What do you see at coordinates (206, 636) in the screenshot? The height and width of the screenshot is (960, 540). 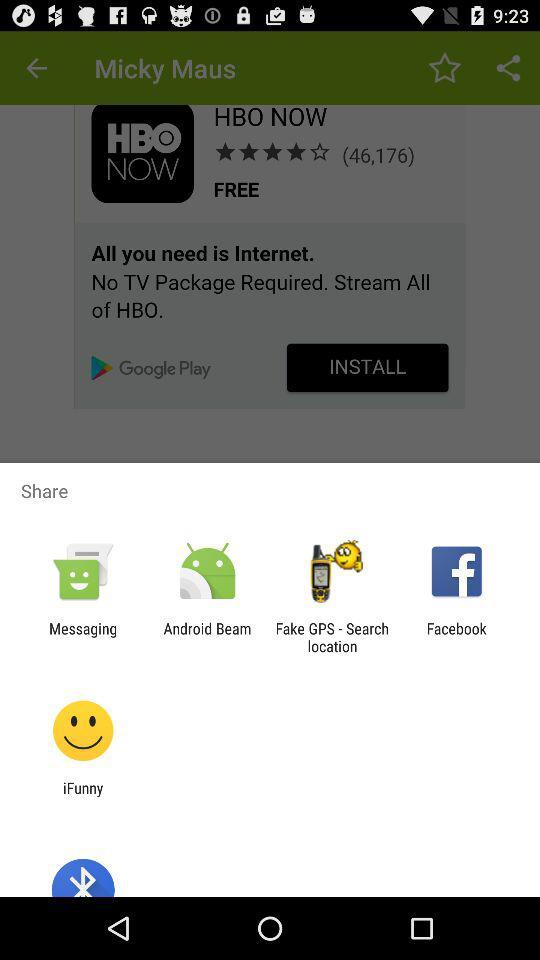 I see `the android beam icon` at bounding box center [206, 636].